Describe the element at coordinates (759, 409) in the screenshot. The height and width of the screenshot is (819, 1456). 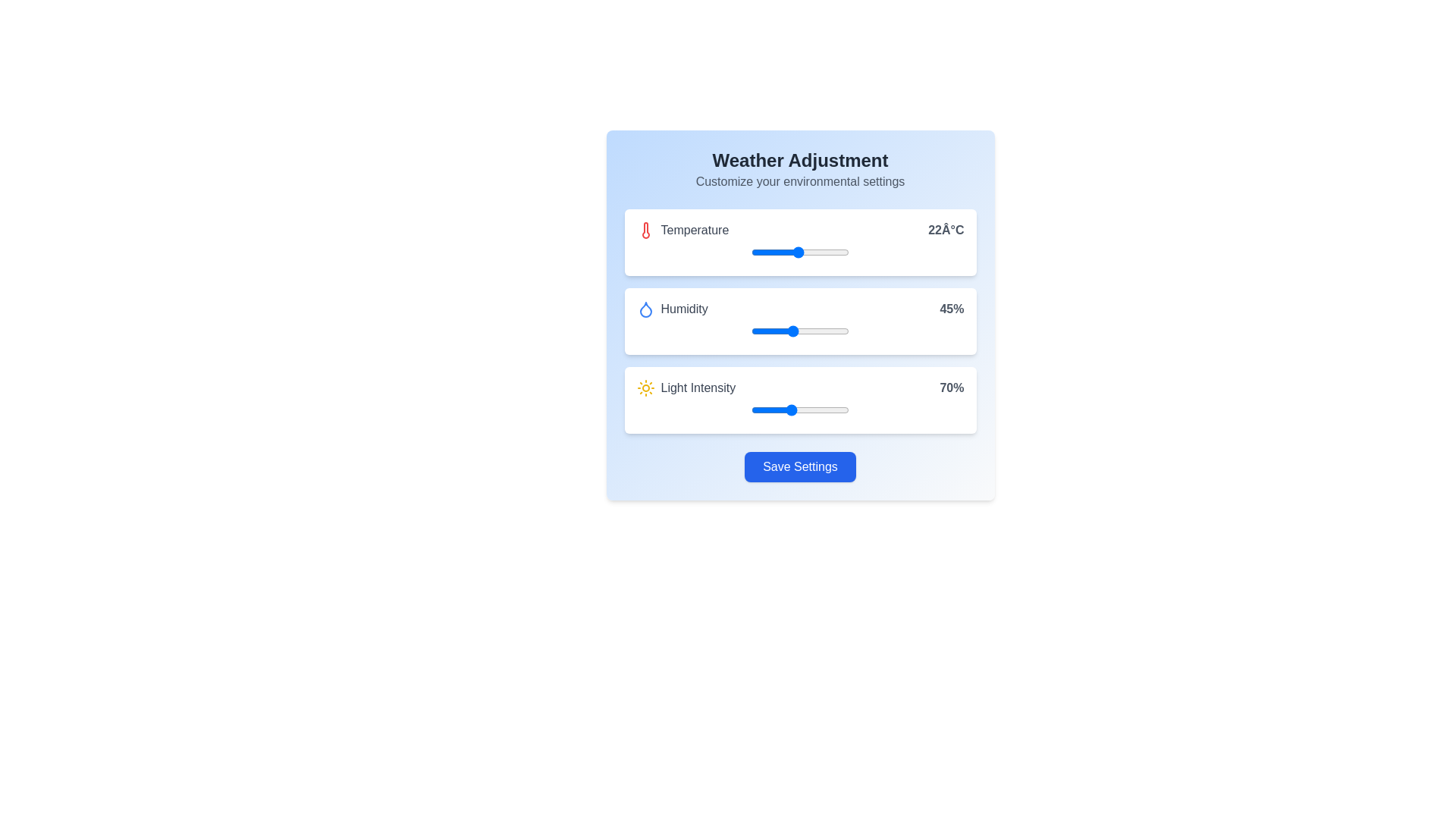
I see `the light intensity` at that location.